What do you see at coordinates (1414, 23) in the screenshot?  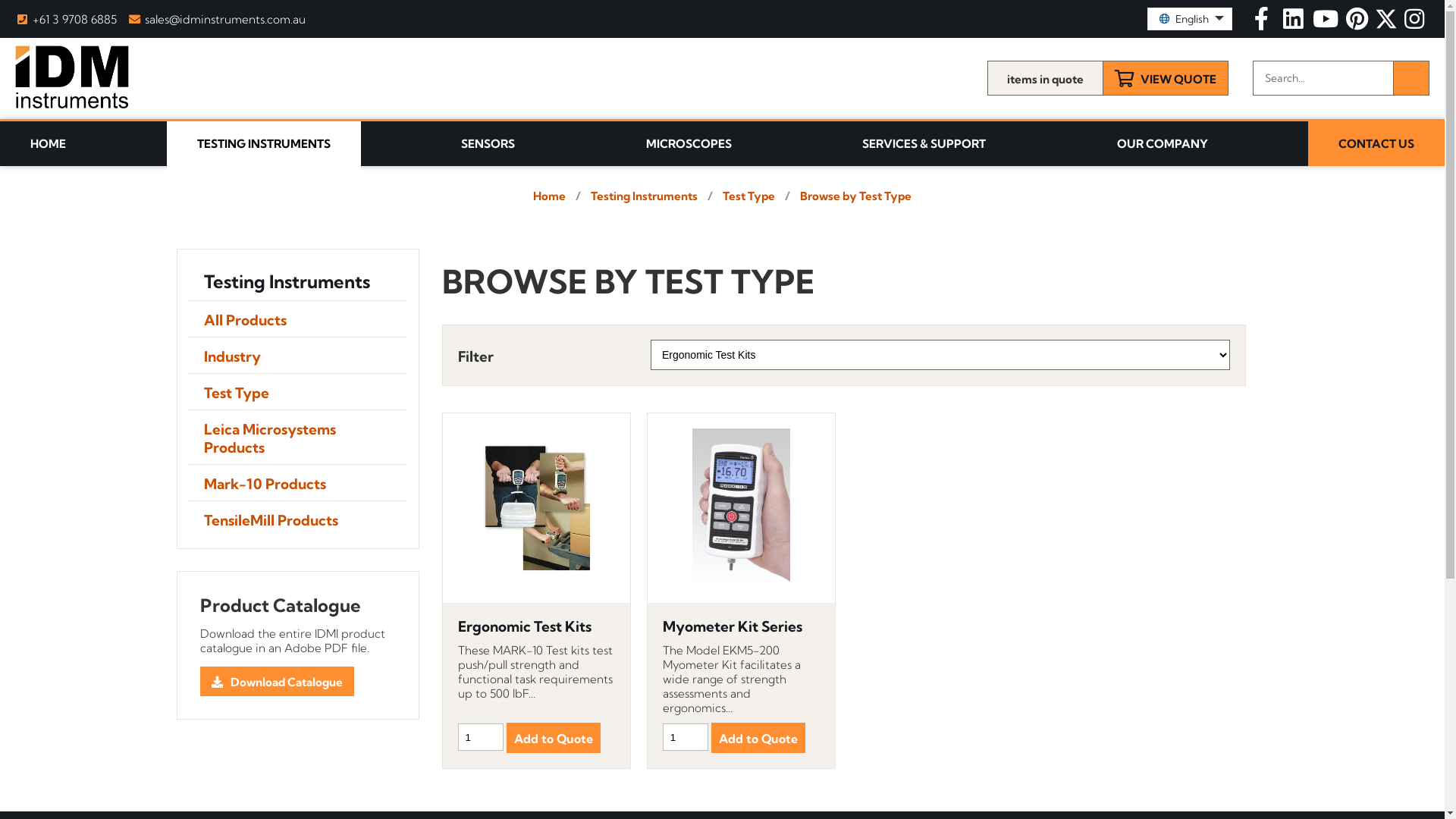 I see `' '` at bounding box center [1414, 23].